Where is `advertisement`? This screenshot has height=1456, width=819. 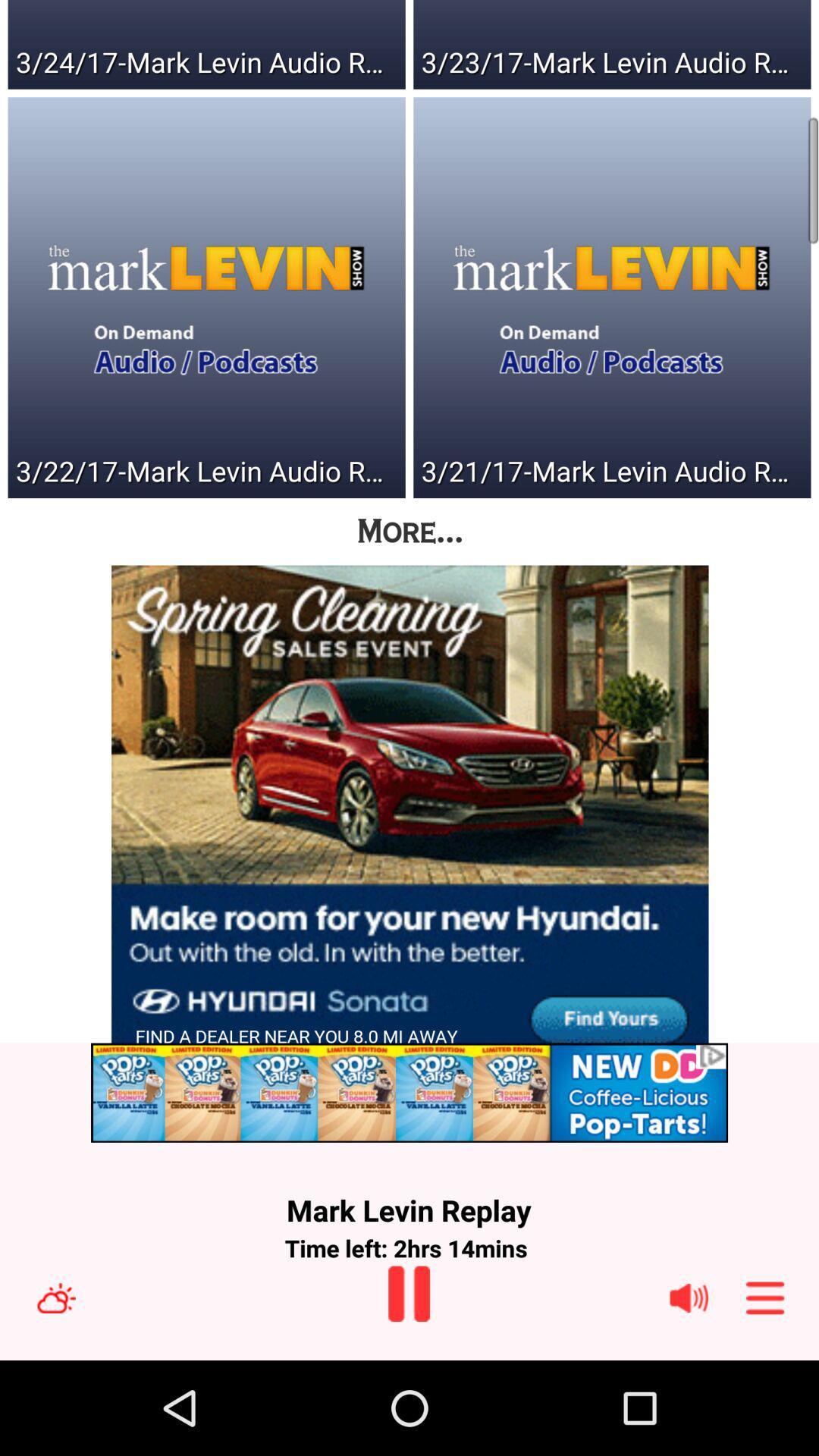 advertisement is located at coordinates (409, 1093).